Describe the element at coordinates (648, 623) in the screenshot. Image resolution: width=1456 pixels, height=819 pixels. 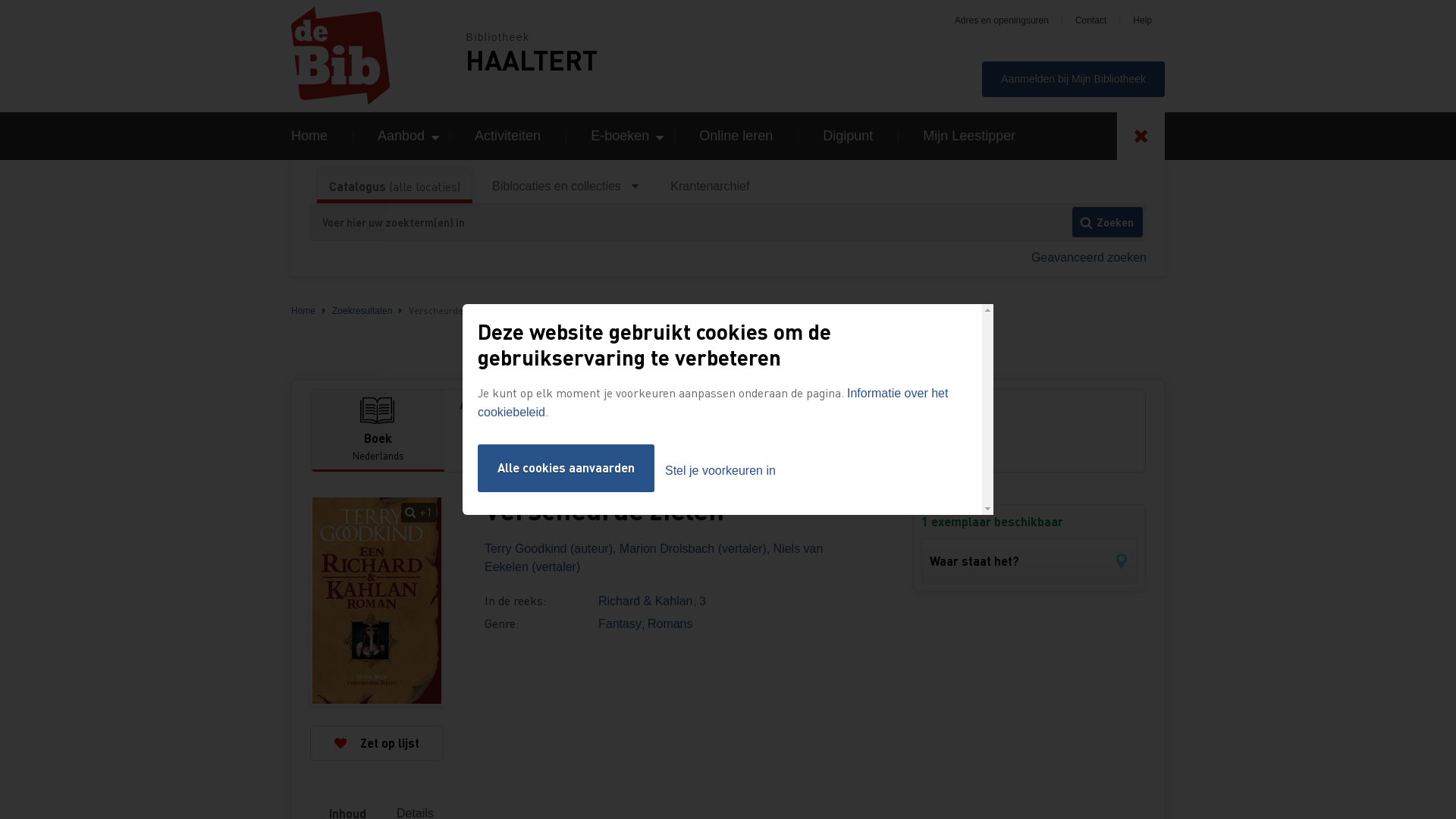
I see `'Romans'` at that location.